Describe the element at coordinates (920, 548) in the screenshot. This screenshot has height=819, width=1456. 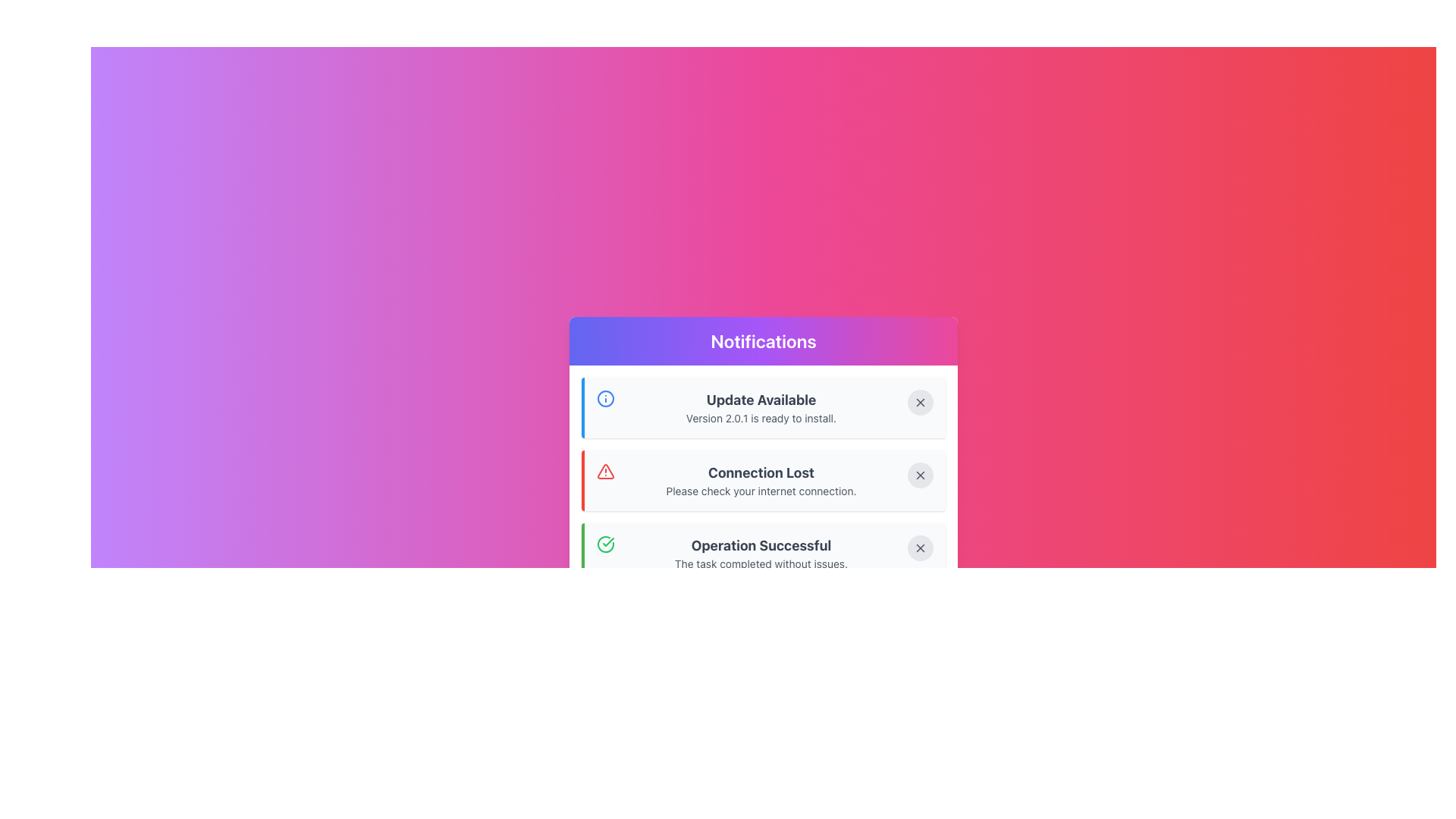
I see `the close button of the 'Operation Successful' notification` at that location.